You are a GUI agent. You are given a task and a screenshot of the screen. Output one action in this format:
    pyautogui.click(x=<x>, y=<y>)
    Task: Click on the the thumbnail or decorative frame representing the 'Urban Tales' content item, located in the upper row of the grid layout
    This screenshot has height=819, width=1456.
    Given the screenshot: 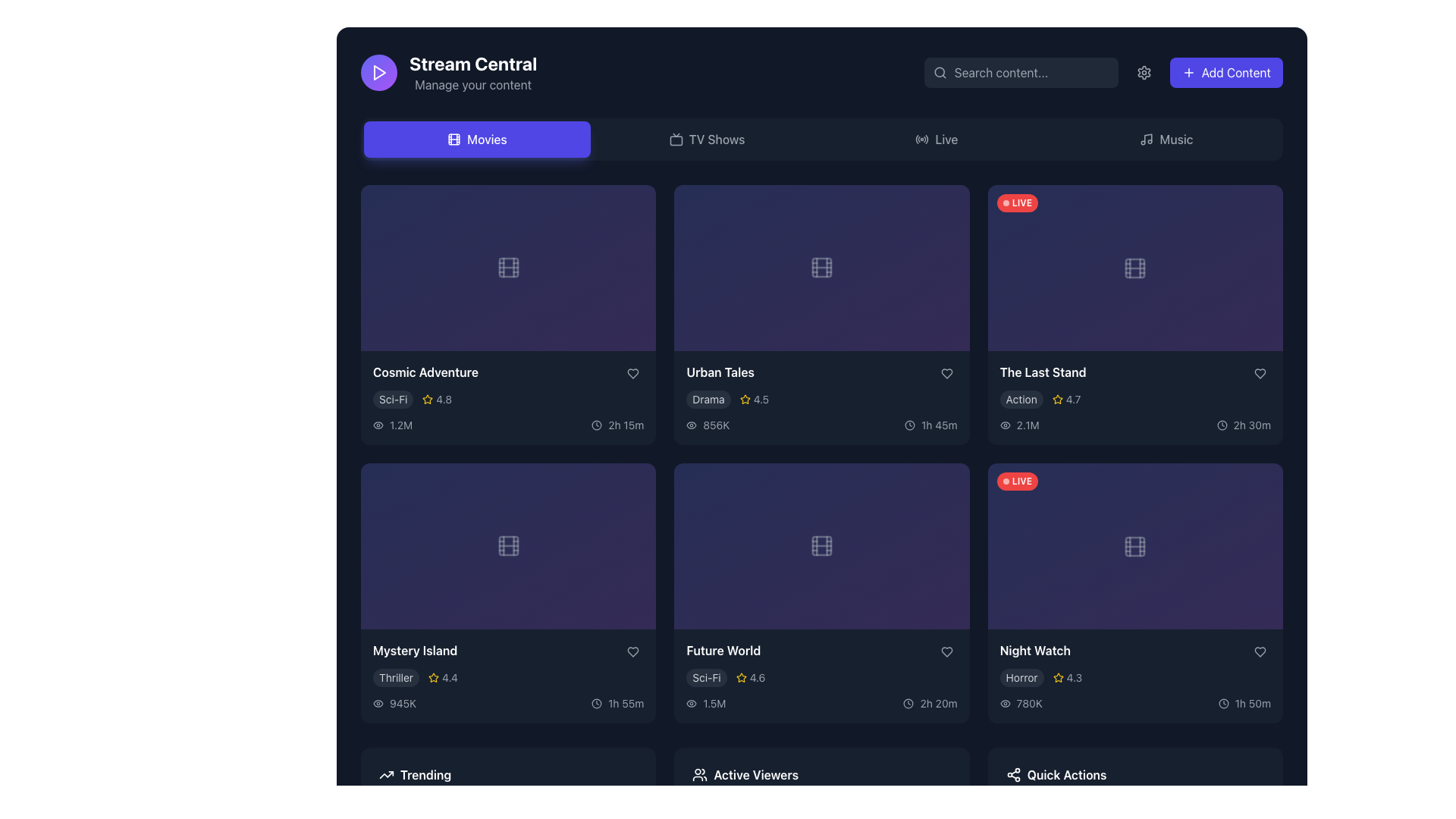 What is the action you would take?
    pyautogui.click(x=821, y=267)
    